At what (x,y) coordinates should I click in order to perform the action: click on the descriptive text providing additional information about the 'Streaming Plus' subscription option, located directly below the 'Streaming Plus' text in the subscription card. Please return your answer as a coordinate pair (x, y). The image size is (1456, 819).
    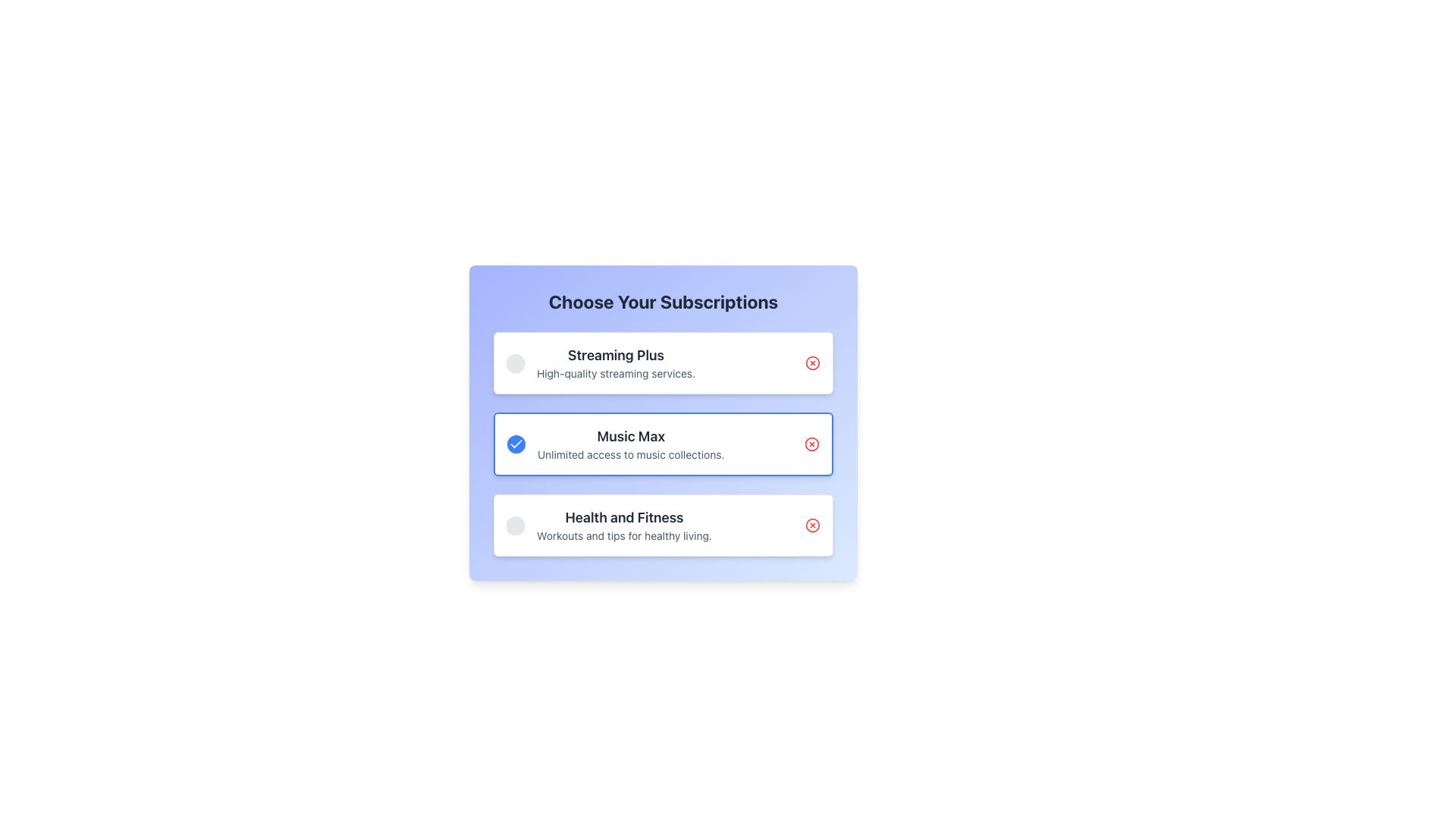
    Looking at the image, I should click on (616, 374).